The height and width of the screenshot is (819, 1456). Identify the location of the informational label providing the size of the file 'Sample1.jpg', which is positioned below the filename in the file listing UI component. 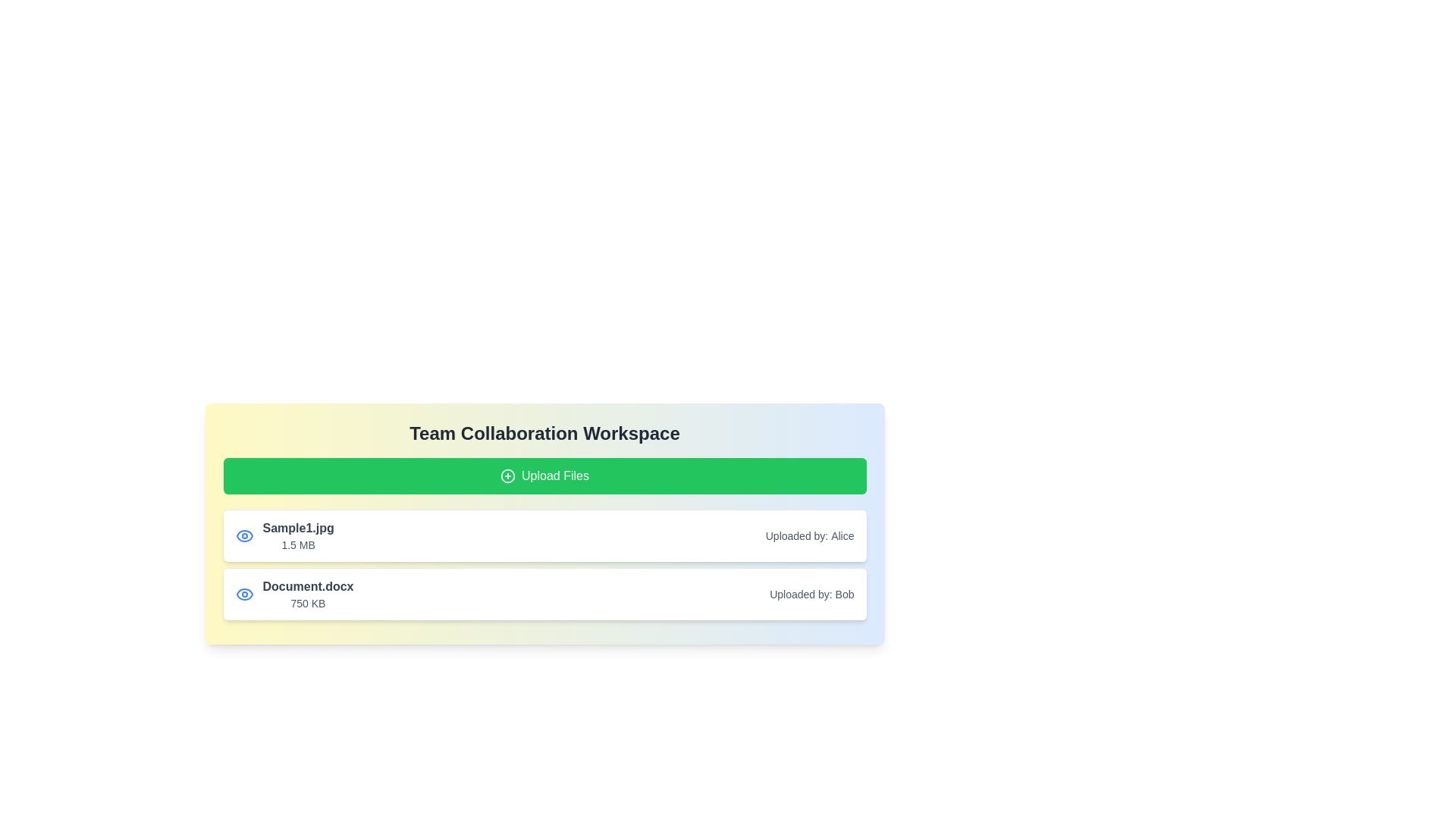
(298, 544).